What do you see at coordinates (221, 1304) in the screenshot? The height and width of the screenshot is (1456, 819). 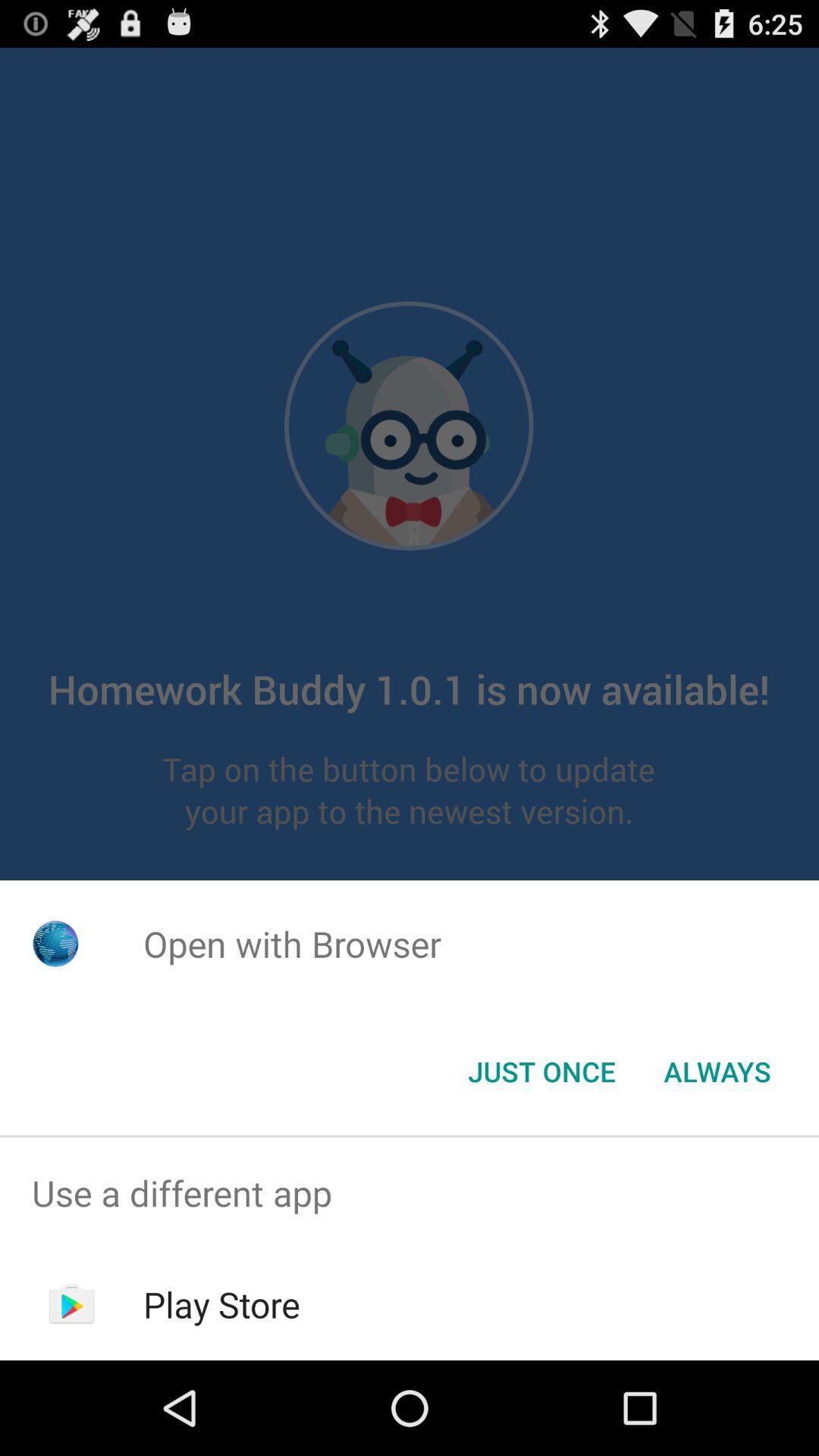 I see `app below the use a different icon` at bounding box center [221, 1304].